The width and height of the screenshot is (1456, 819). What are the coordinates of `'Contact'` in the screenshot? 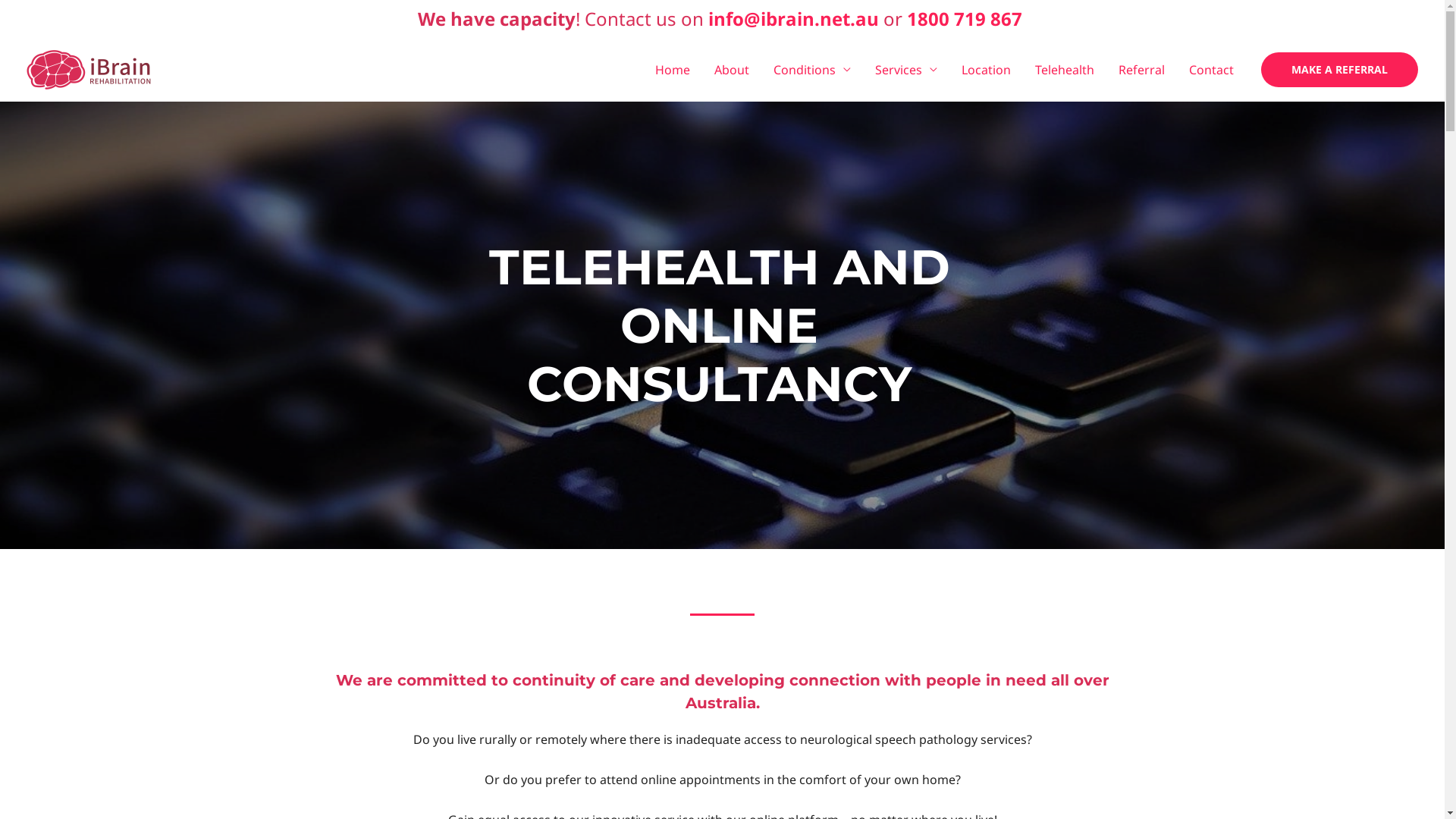 It's located at (1210, 70).